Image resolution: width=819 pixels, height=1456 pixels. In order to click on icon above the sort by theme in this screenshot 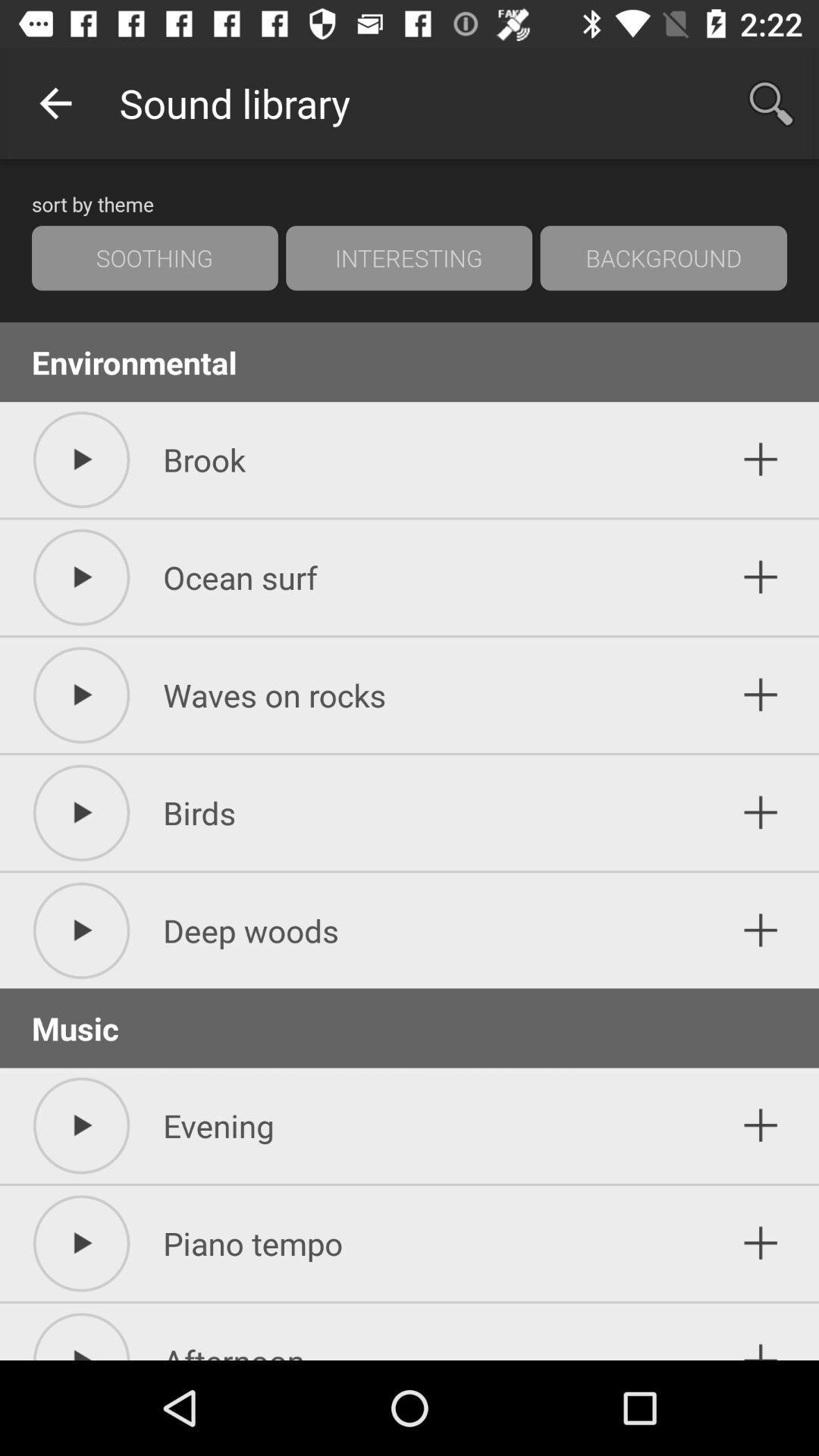, I will do `click(55, 102)`.